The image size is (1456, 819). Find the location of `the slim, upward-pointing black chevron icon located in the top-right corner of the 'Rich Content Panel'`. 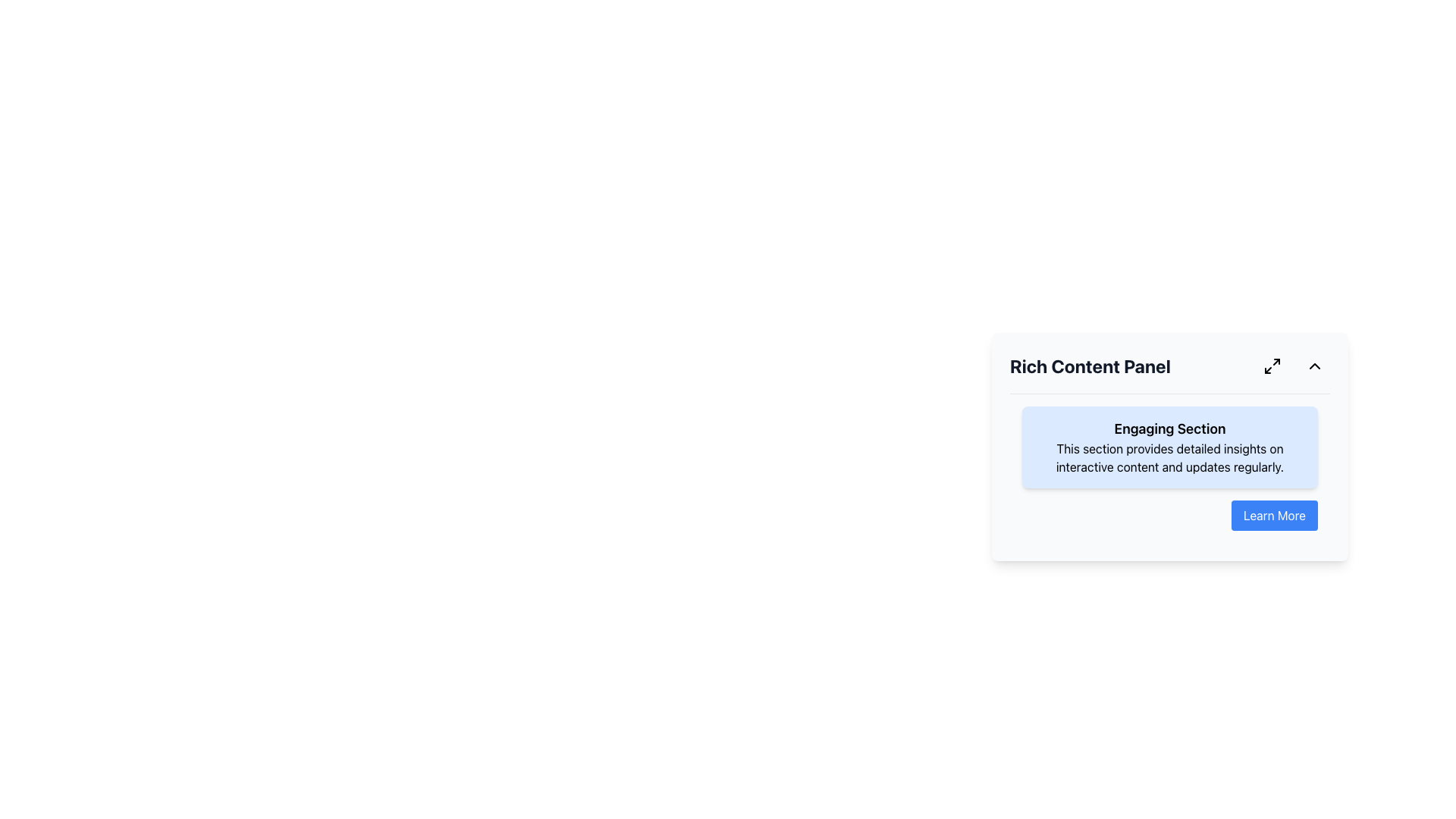

the slim, upward-pointing black chevron icon located in the top-right corner of the 'Rich Content Panel' is located at coordinates (1313, 366).